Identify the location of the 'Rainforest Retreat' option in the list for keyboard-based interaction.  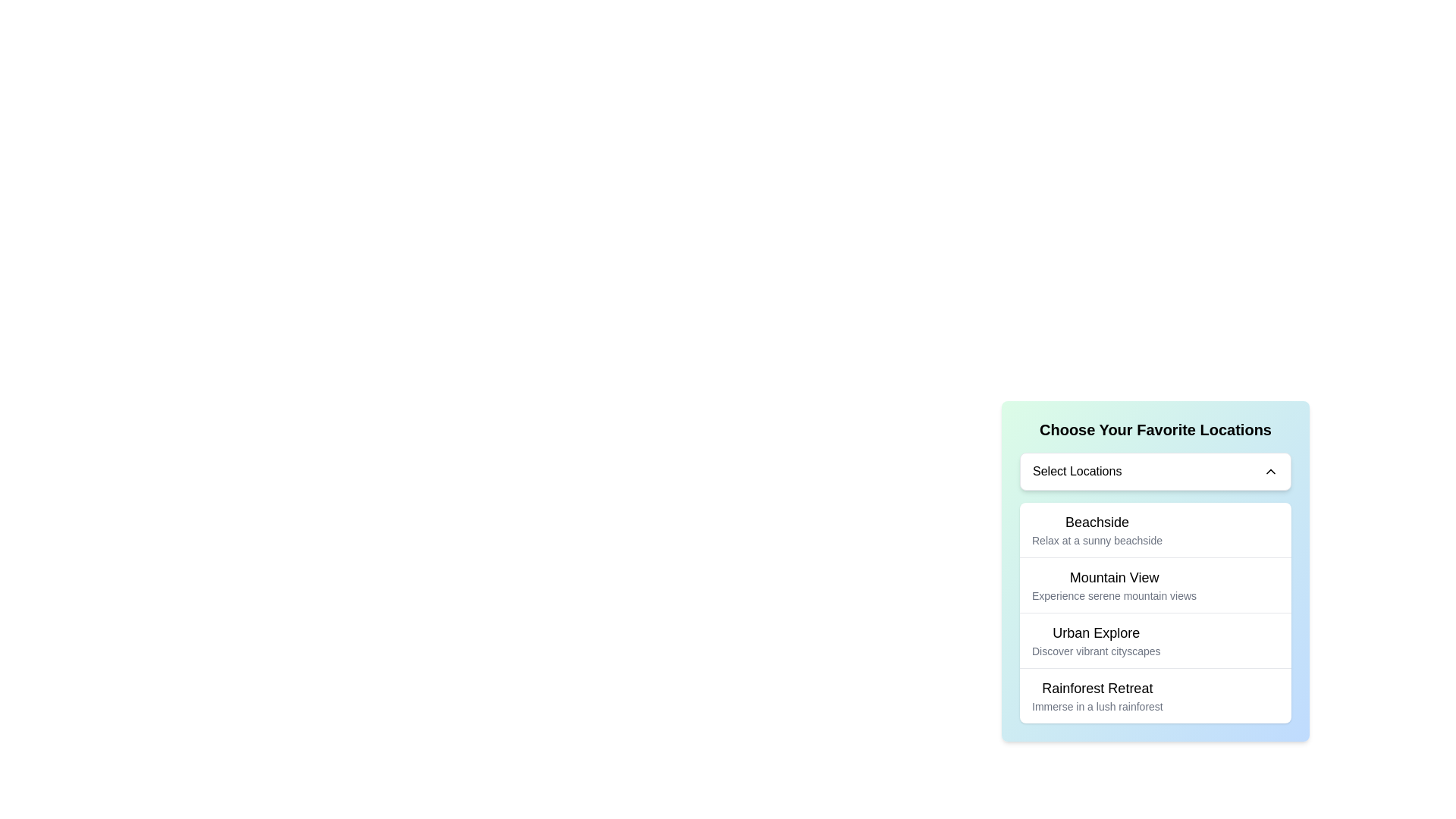
(1154, 695).